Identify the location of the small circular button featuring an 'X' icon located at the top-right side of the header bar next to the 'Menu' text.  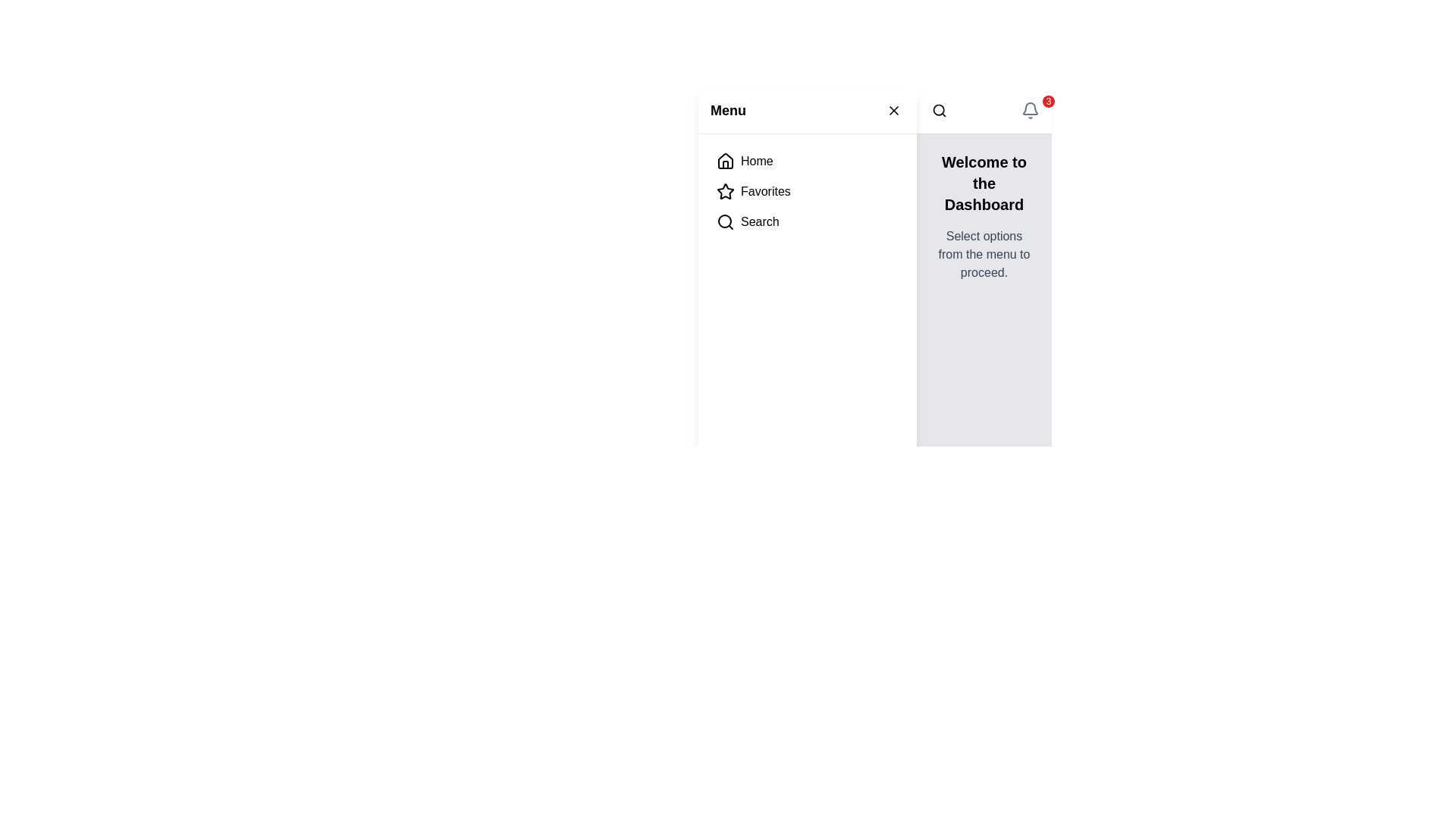
(894, 110).